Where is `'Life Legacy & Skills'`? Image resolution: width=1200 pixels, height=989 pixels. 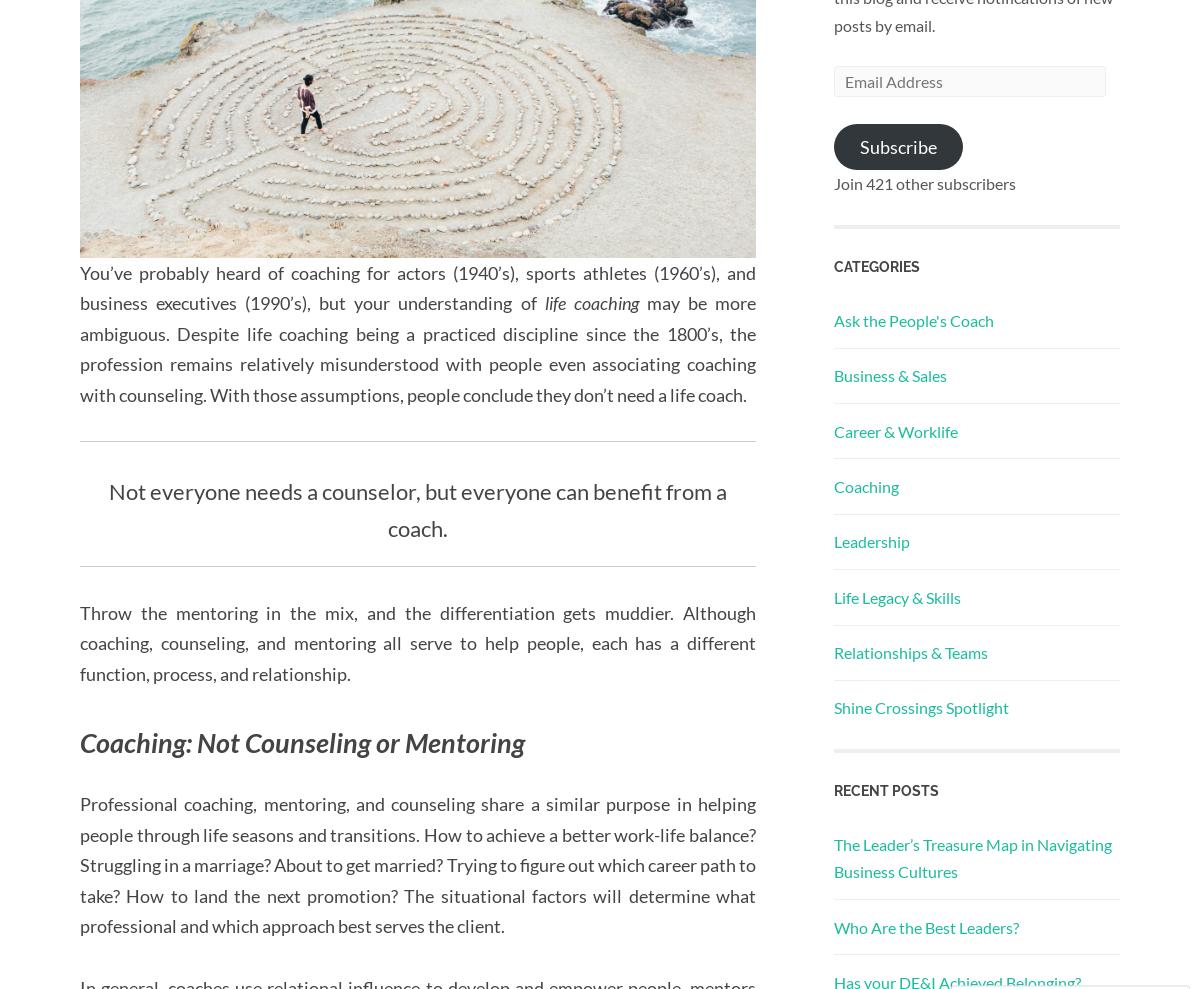
'Life Legacy & Skills' is located at coordinates (896, 595).